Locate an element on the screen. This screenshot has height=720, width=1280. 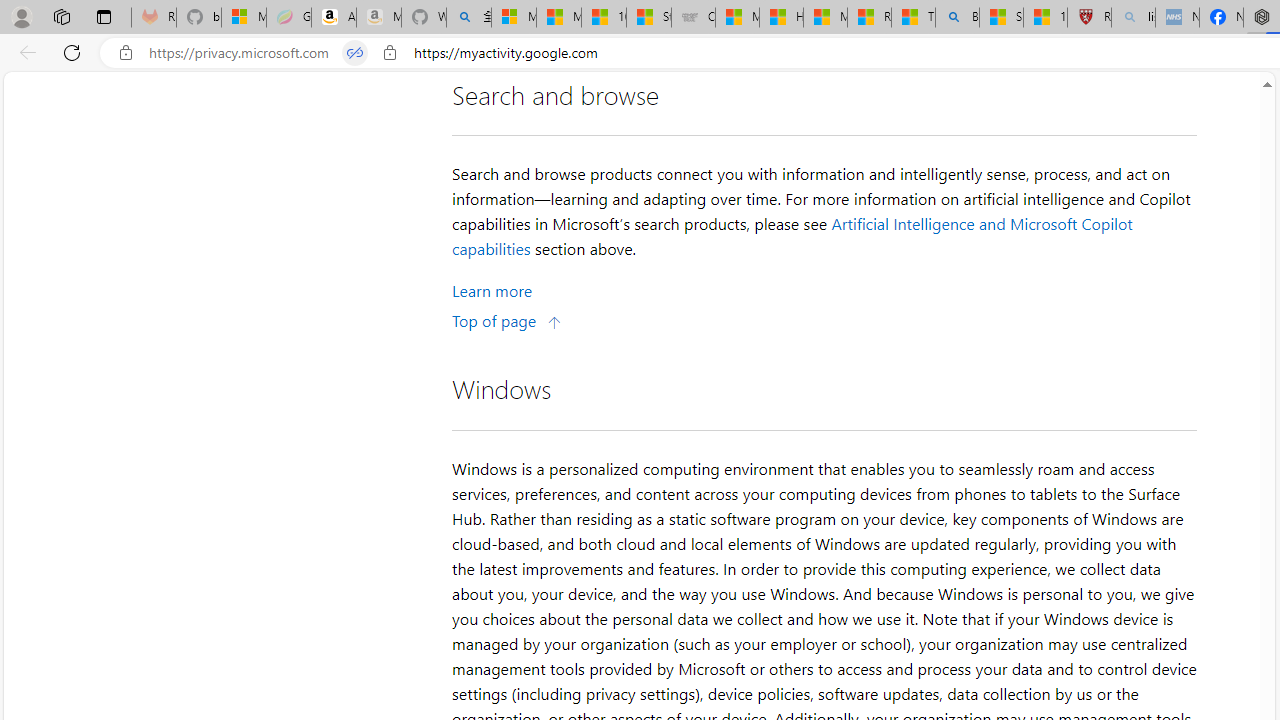
'Tabs in split screen' is located at coordinates (355, 52).